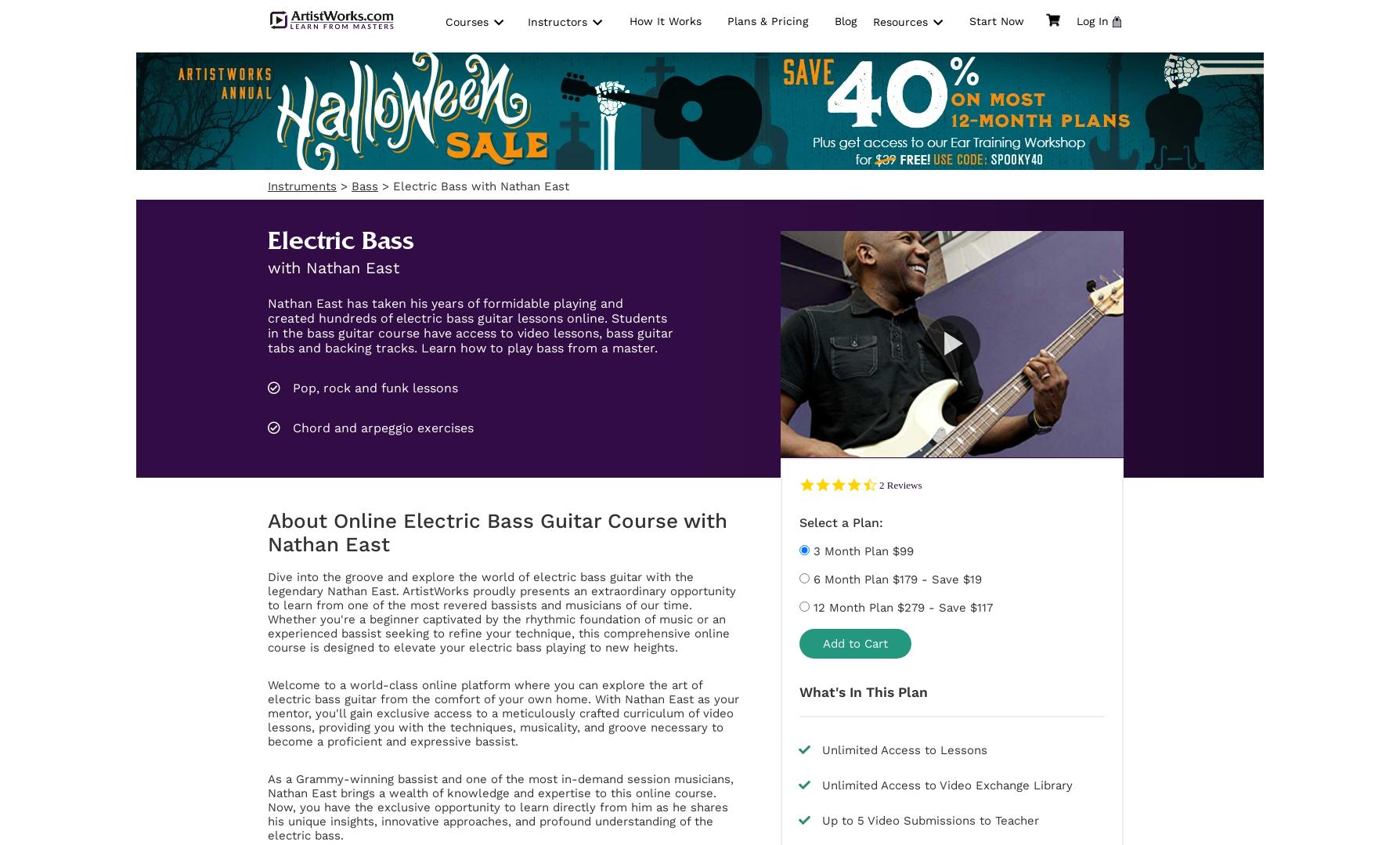 The width and height of the screenshot is (1400, 845). Describe the element at coordinates (497, 532) in the screenshot. I see `'About Online Electric Bass Guitar Course with Nathan East'` at that location.